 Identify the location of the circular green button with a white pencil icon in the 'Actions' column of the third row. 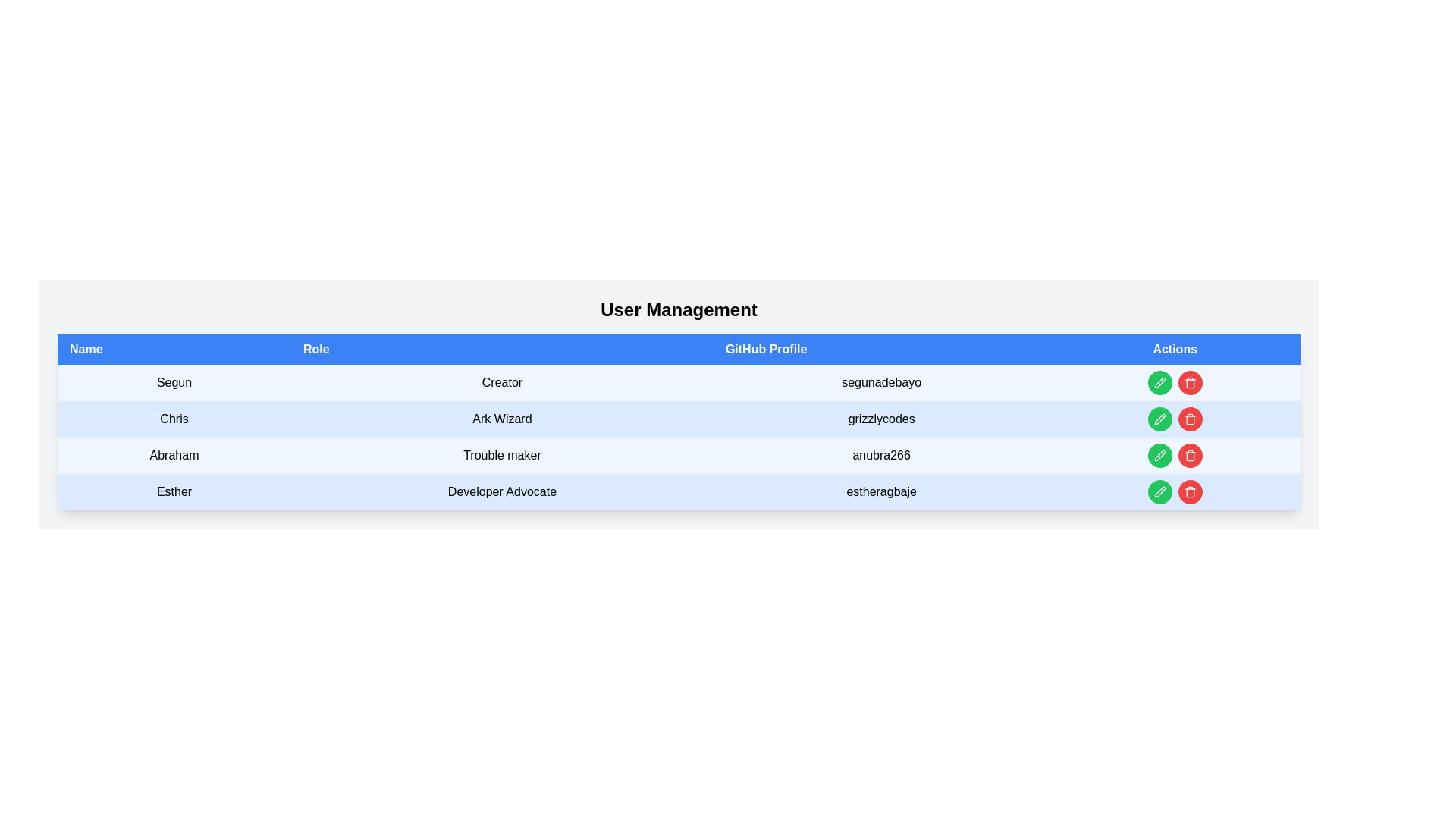
(1159, 419).